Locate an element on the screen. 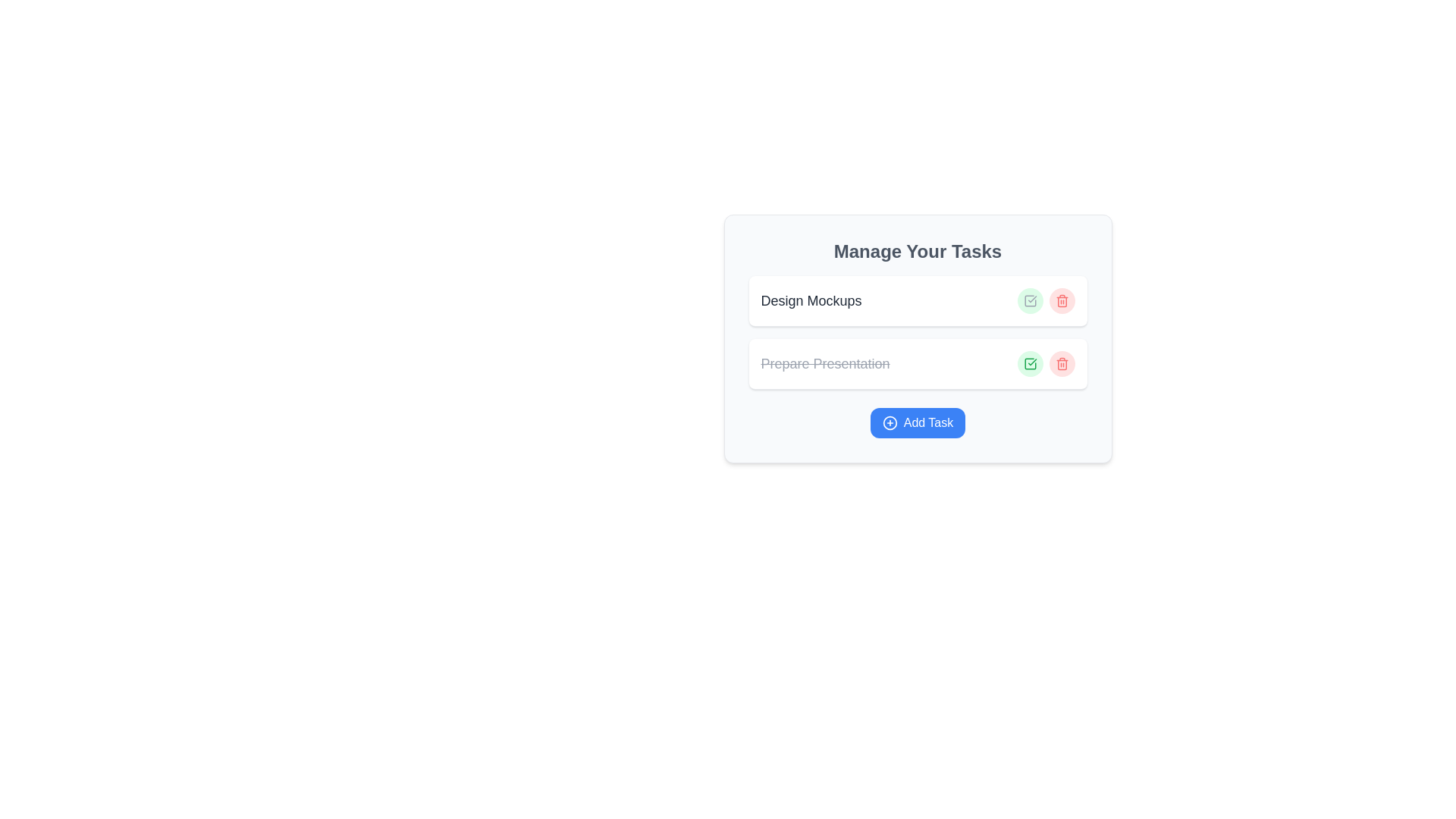 This screenshot has height=819, width=1456. the red trash can icon located to the right of the 'Design Mockups' task item is located at coordinates (1061, 301).